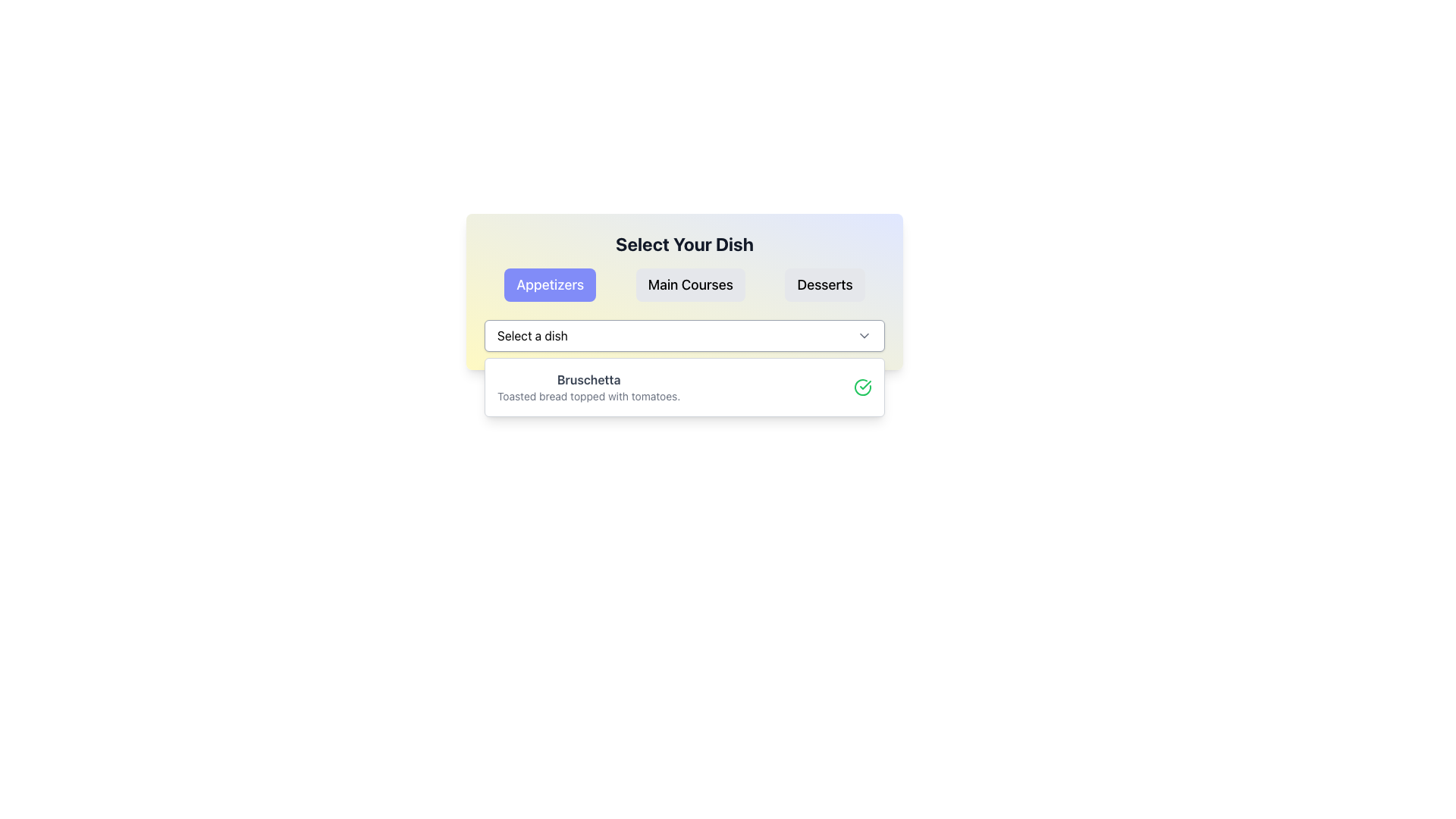  I want to click on the 'Bruschetta' dropdown menu option to make it the active selection, so click(683, 386).